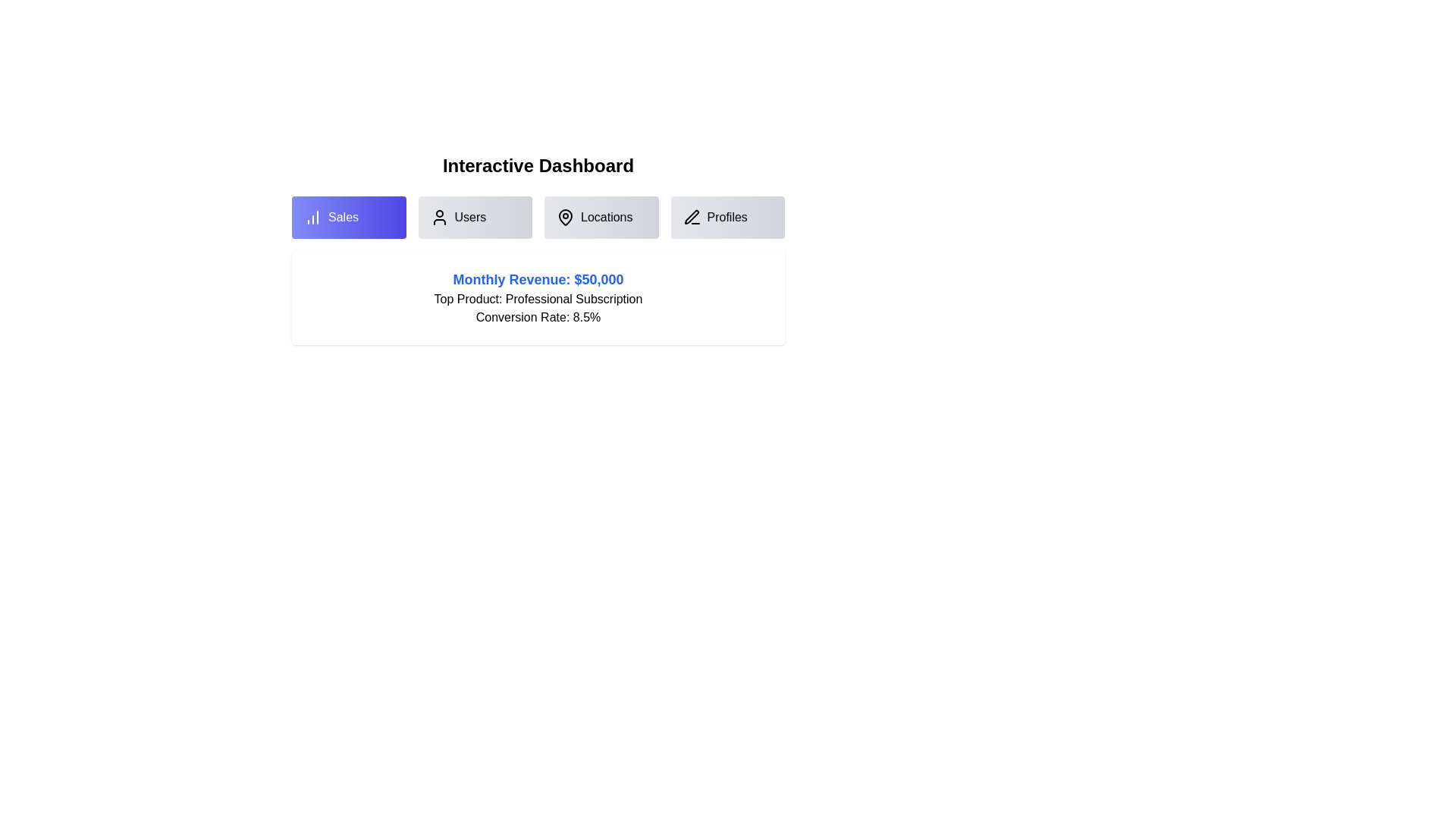 This screenshot has height=819, width=1456. Describe the element at coordinates (538, 280) in the screenshot. I see `information displayed in the prominent text label that states 'Monthly Revenue: $50,000', which is styled in blue with a larger bold font, located in the lower section of the dashboard` at that location.